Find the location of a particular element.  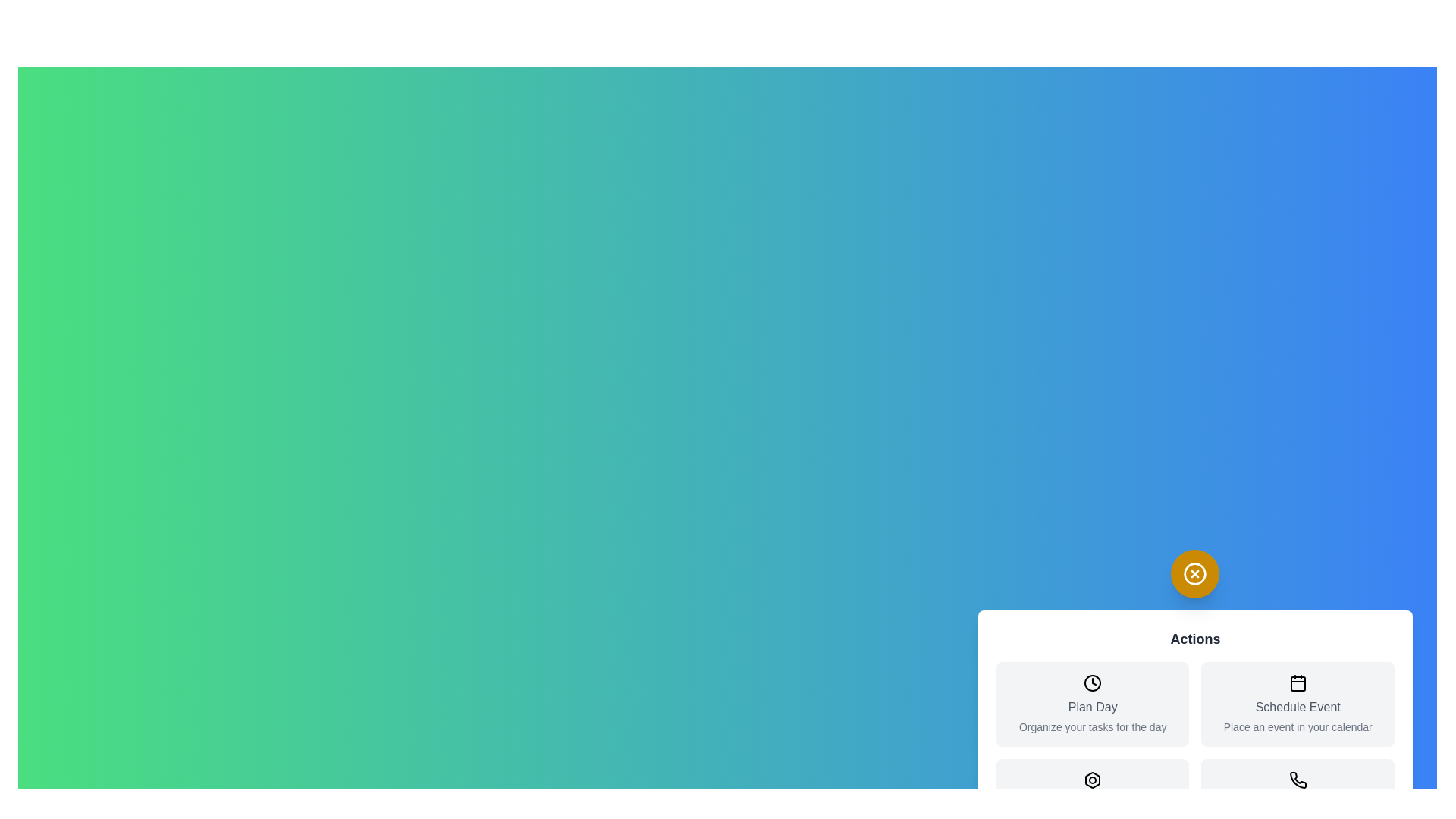

the action item Plan Day from the menu is located at coordinates (1092, 704).